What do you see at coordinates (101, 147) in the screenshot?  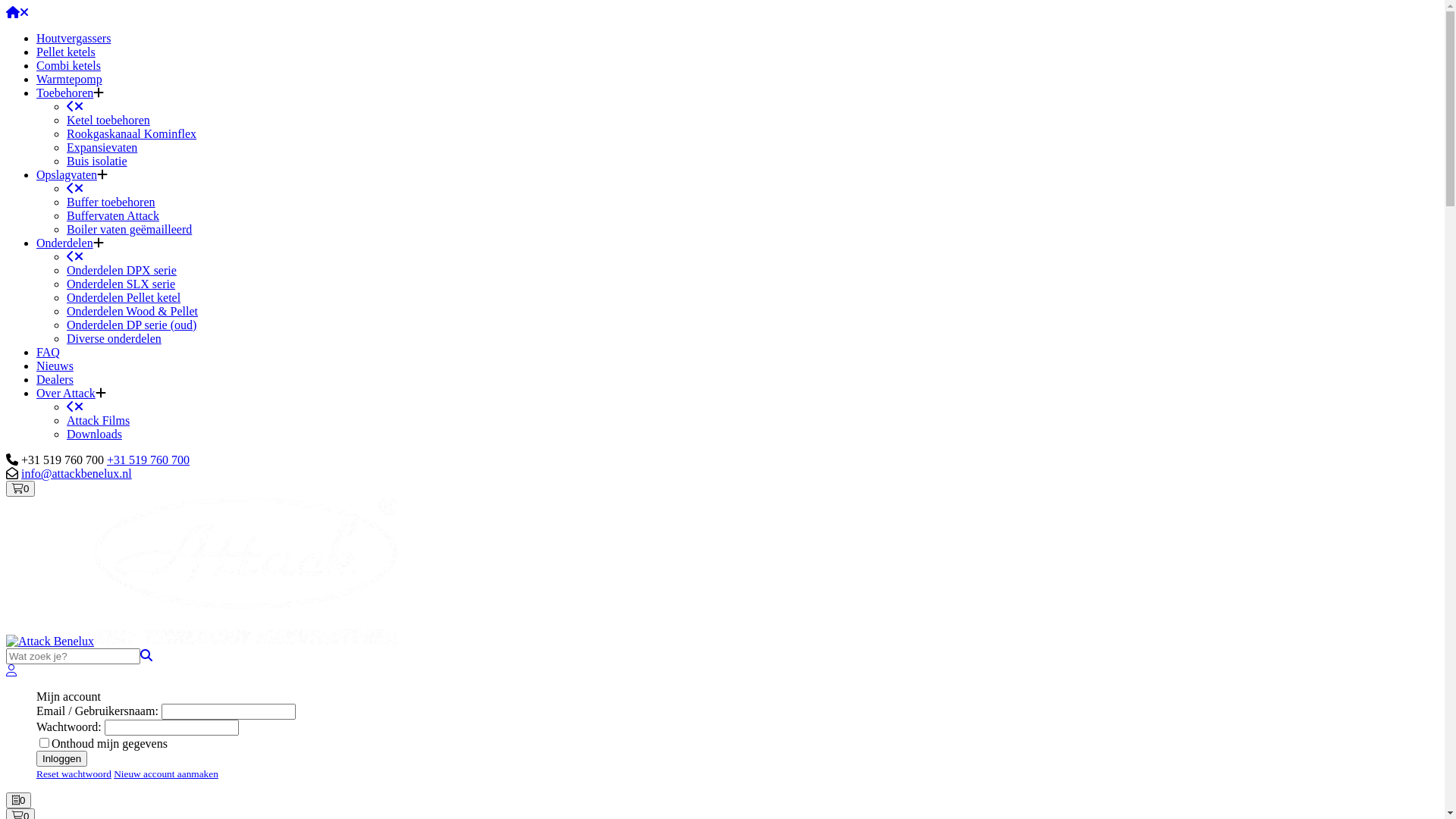 I see `'Expansievaten'` at bounding box center [101, 147].